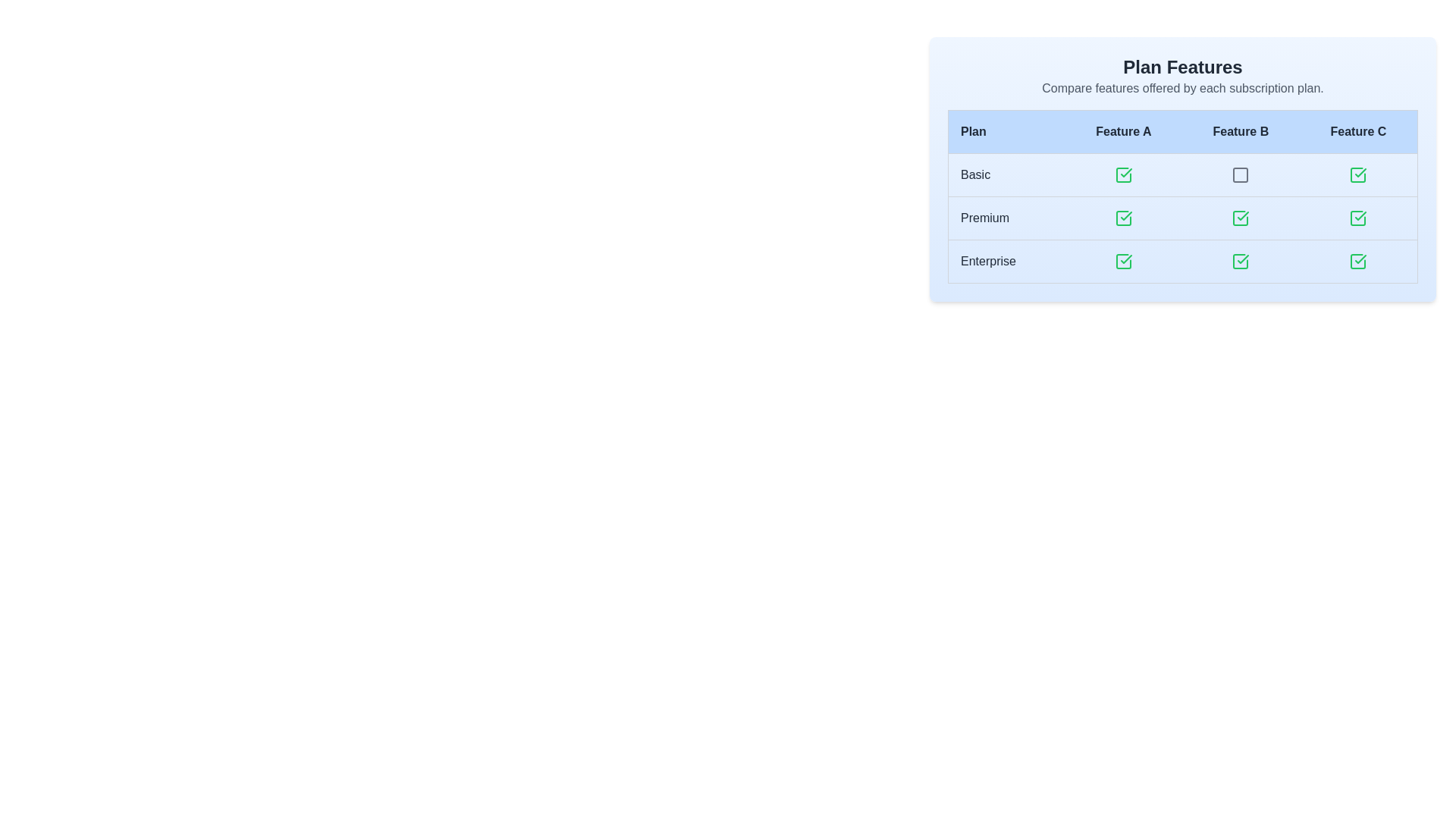 The height and width of the screenshot is (819, 1456). I want to click on text label element displaying 'Premium', which is located in the second row's first column of the table-like structure, positioned beneath the 'Basic' label and above the 'Enterprise' label, so click(1006, 218).